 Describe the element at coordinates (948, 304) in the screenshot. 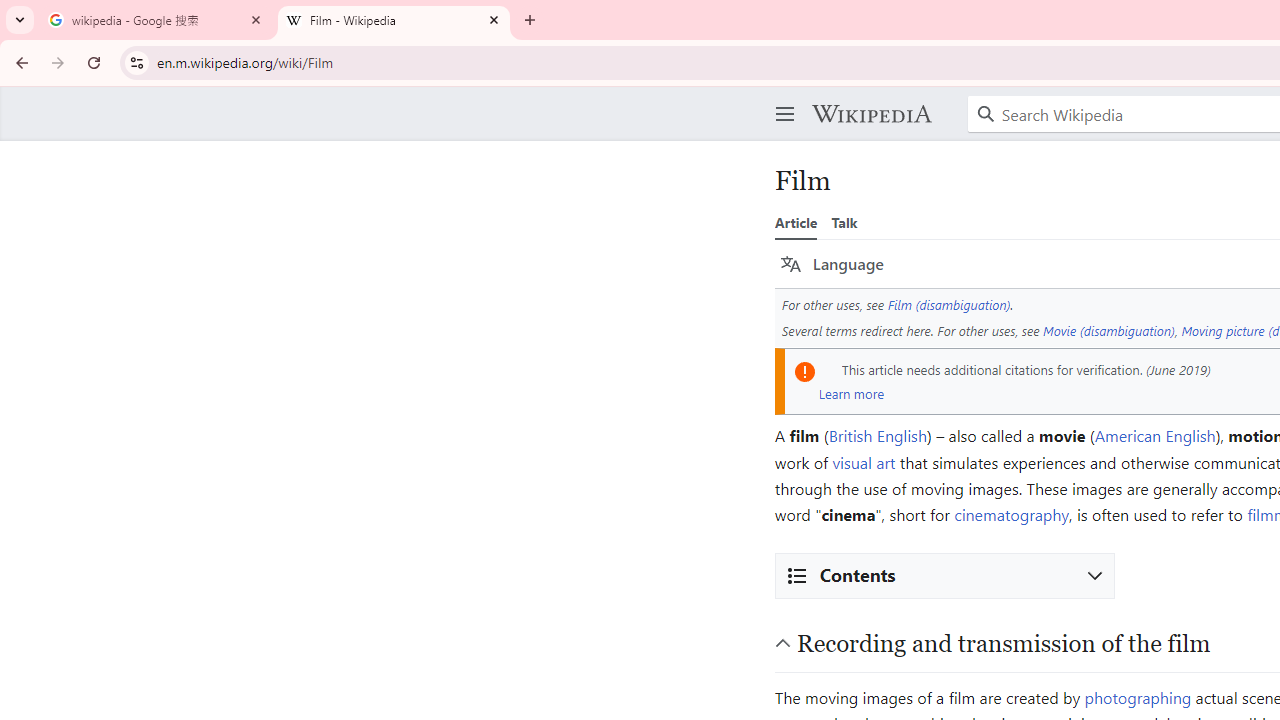

I see `'Film (disambiguation)'` at that location.